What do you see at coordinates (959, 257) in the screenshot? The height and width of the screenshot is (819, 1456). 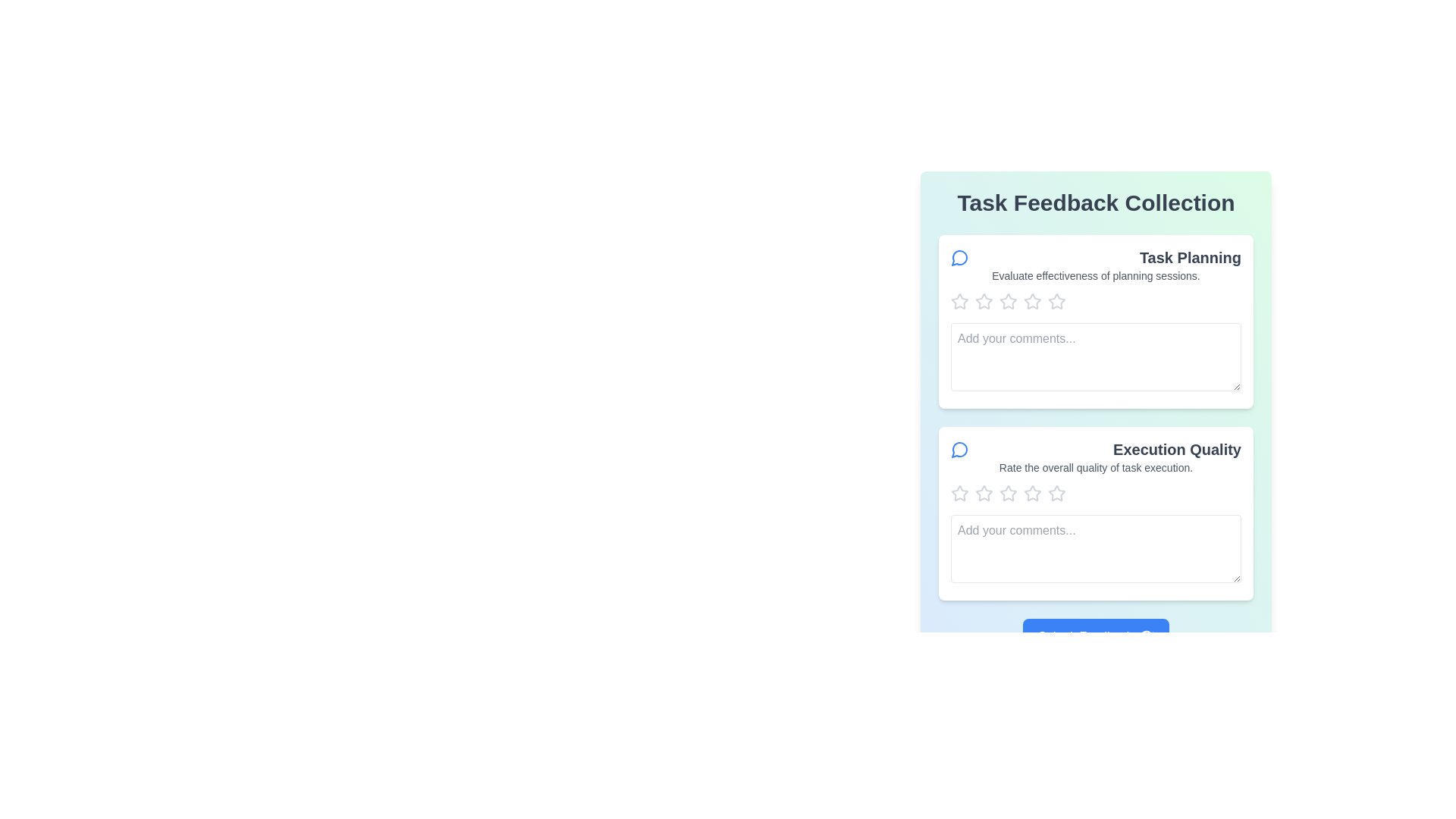 I see `the decorative SVG icon in the 'Task Planning' section of the 'Task Feedback Collection' interface, located near the top-left corner above the star rating feedback and comment input area` at bounding box center [959, 257].